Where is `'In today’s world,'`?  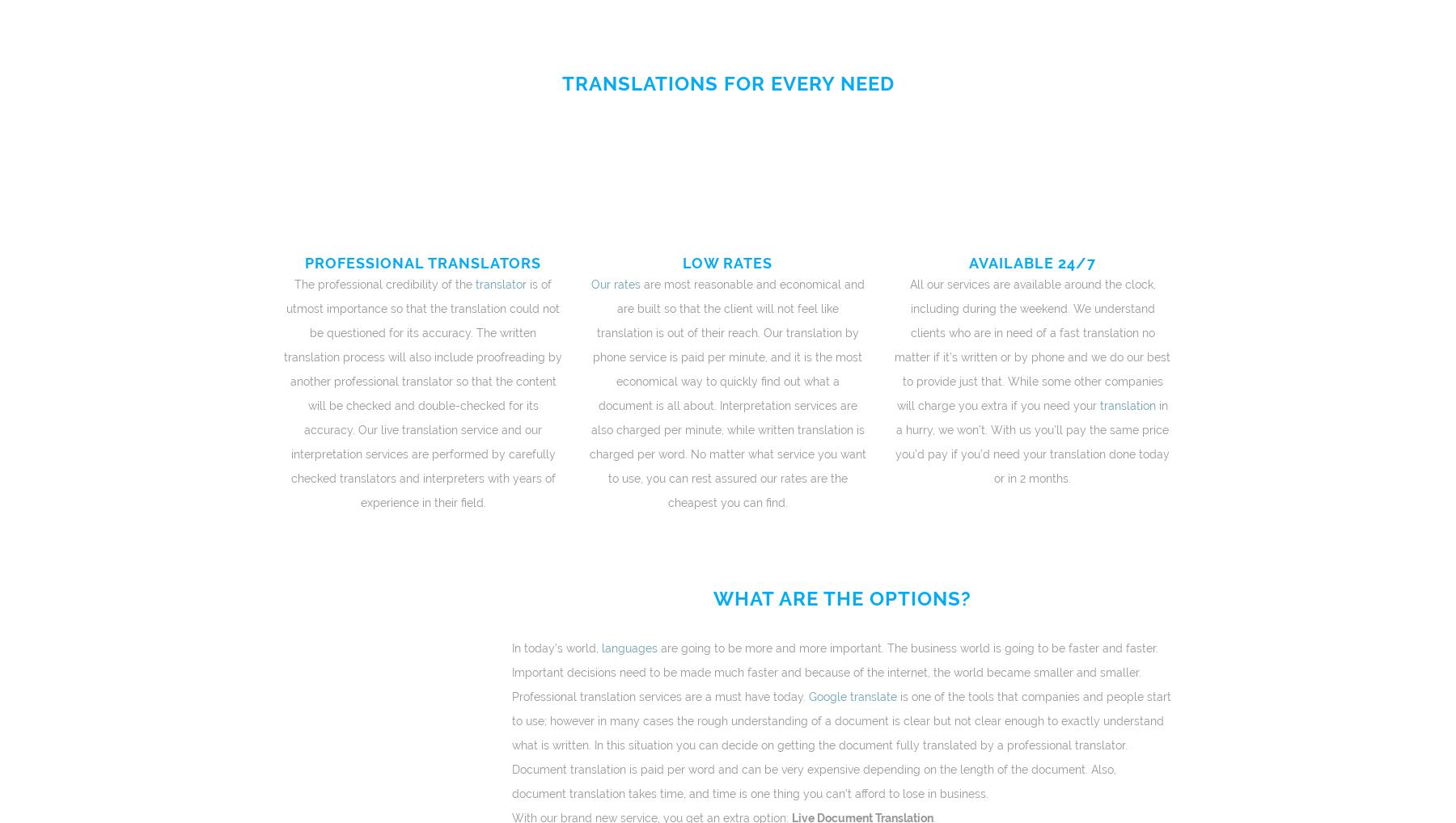
'In today’s world,' is located at coordinates (553, 648).